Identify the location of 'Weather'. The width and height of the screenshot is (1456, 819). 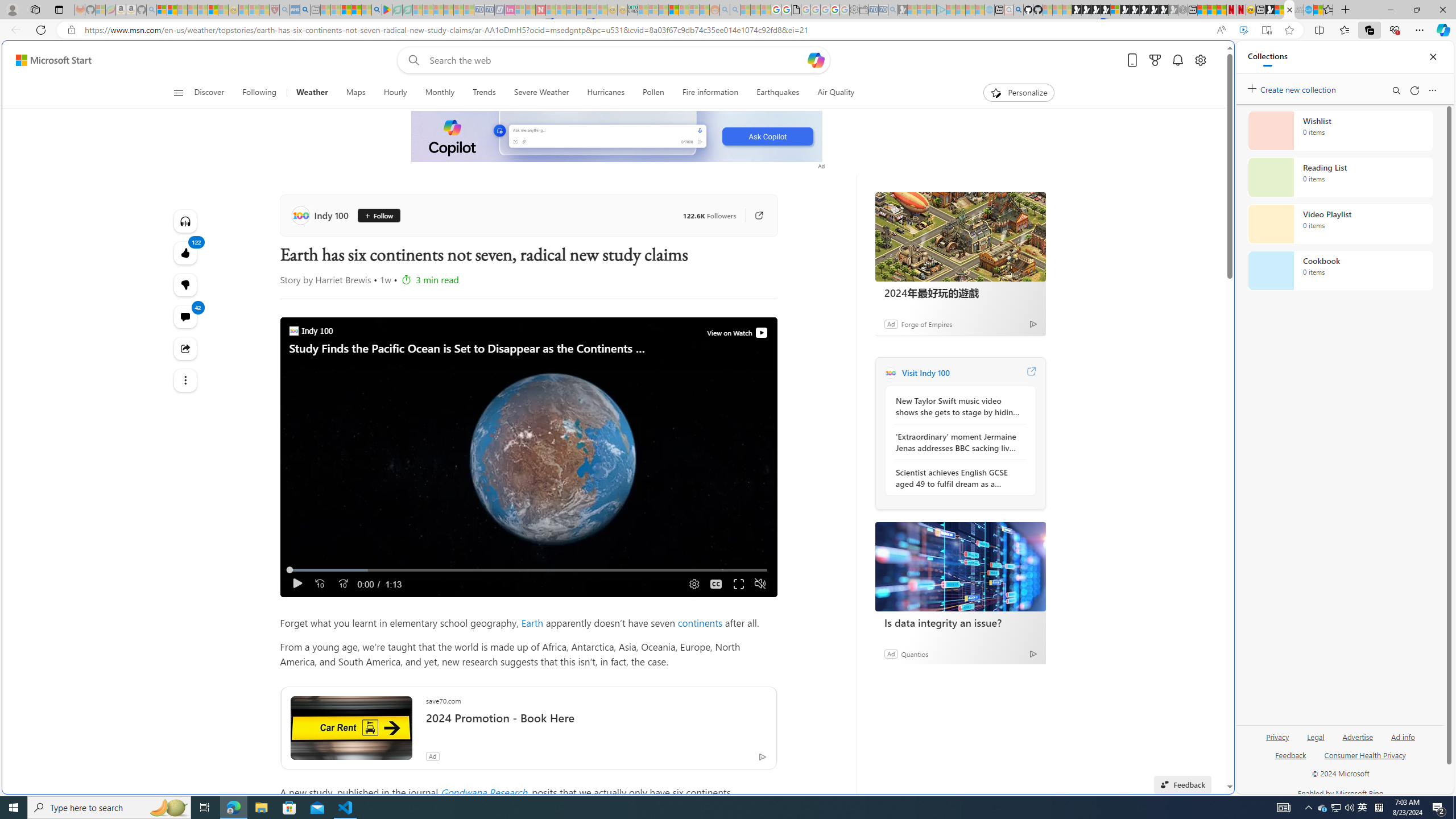
(311, 92).